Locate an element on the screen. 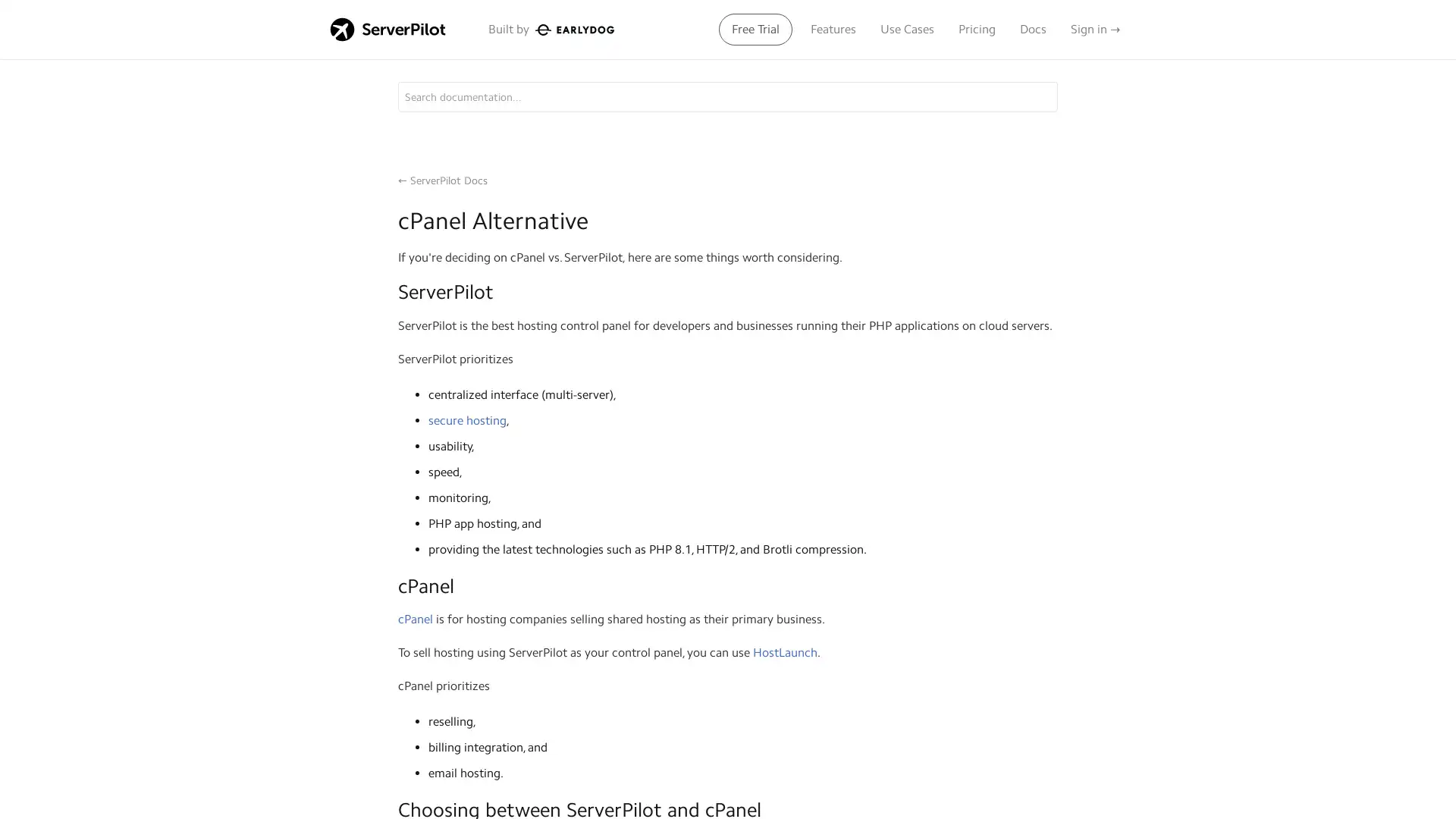 This screenshot has width=1456, height=819. Features is located at coordinates (833, 29).